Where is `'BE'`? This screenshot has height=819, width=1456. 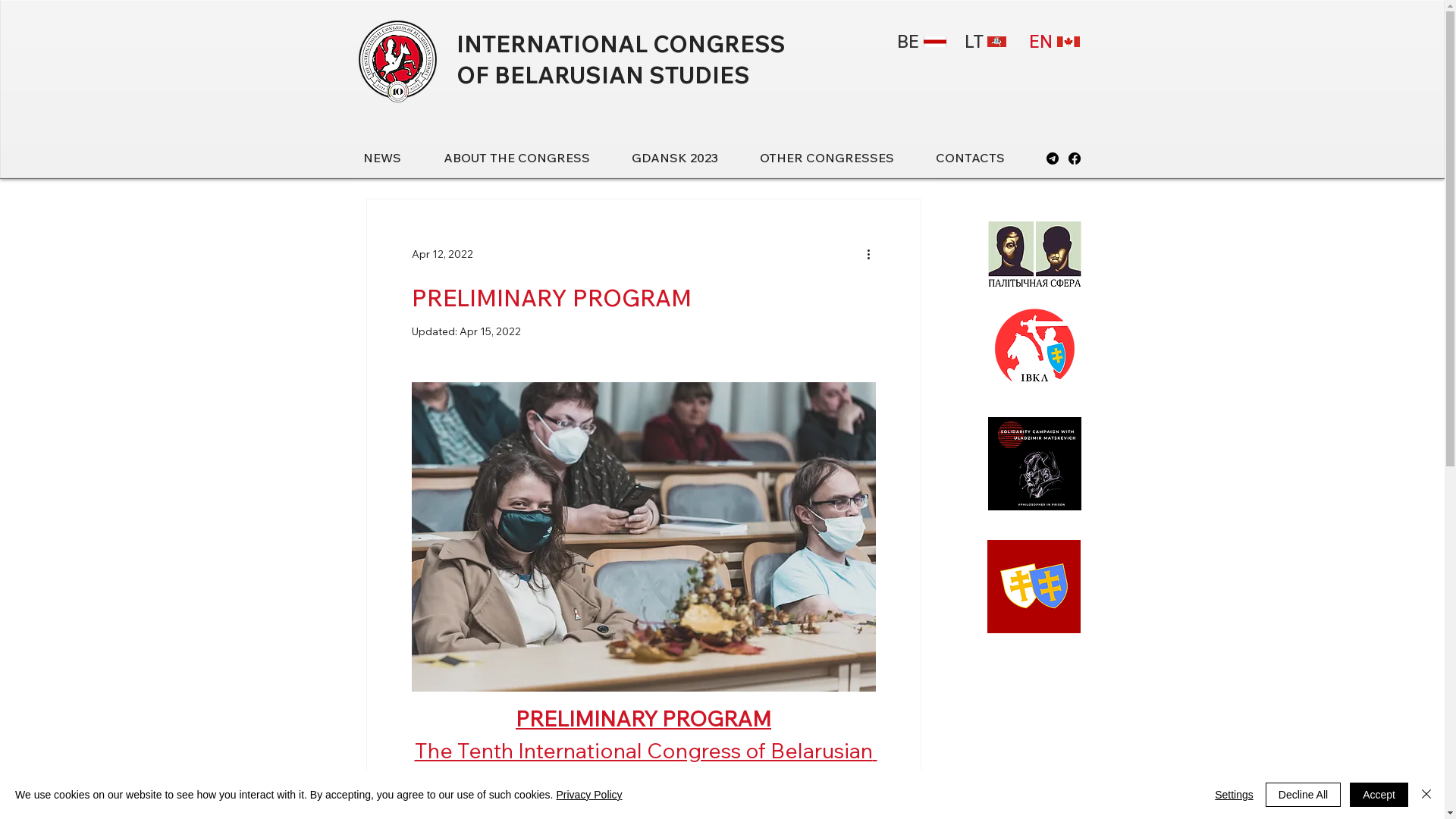
'BE' is located at coordinates (918, 40).